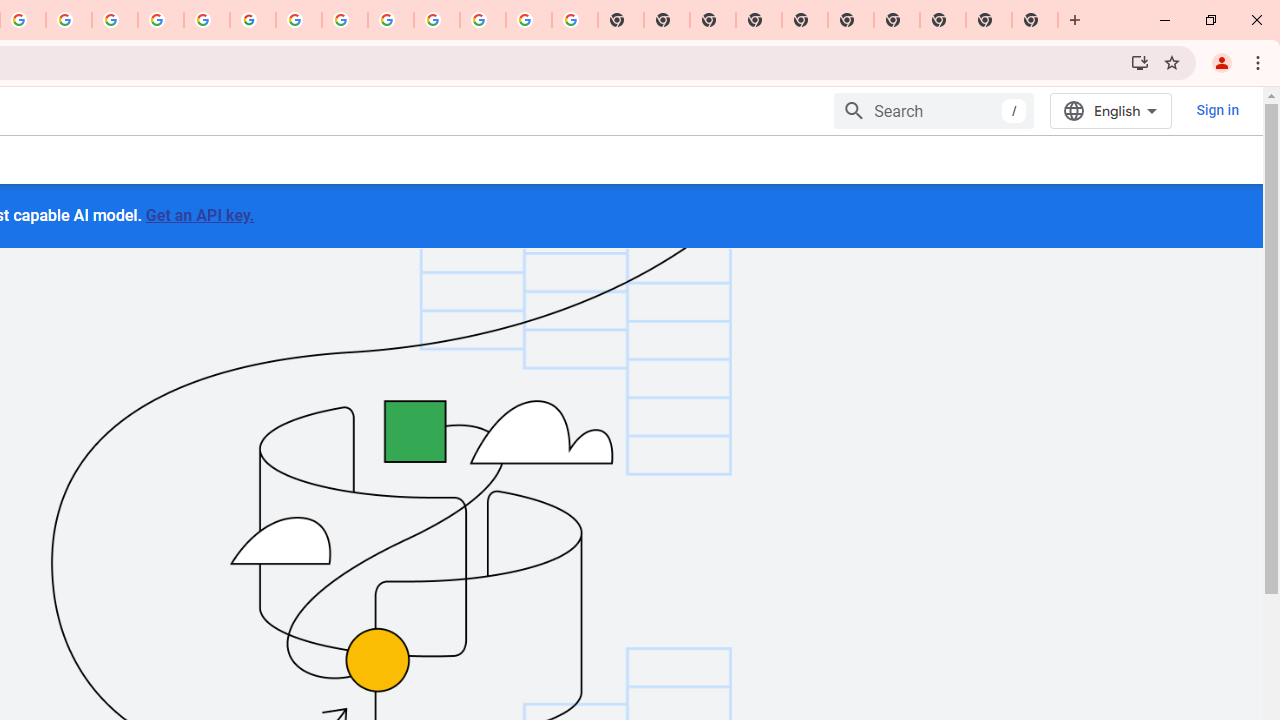  What do you see at coordinates (161, 20) in the screenshot?
I see `'Privacy Help Center - Policies Help'` at bounding box center [161, 20].